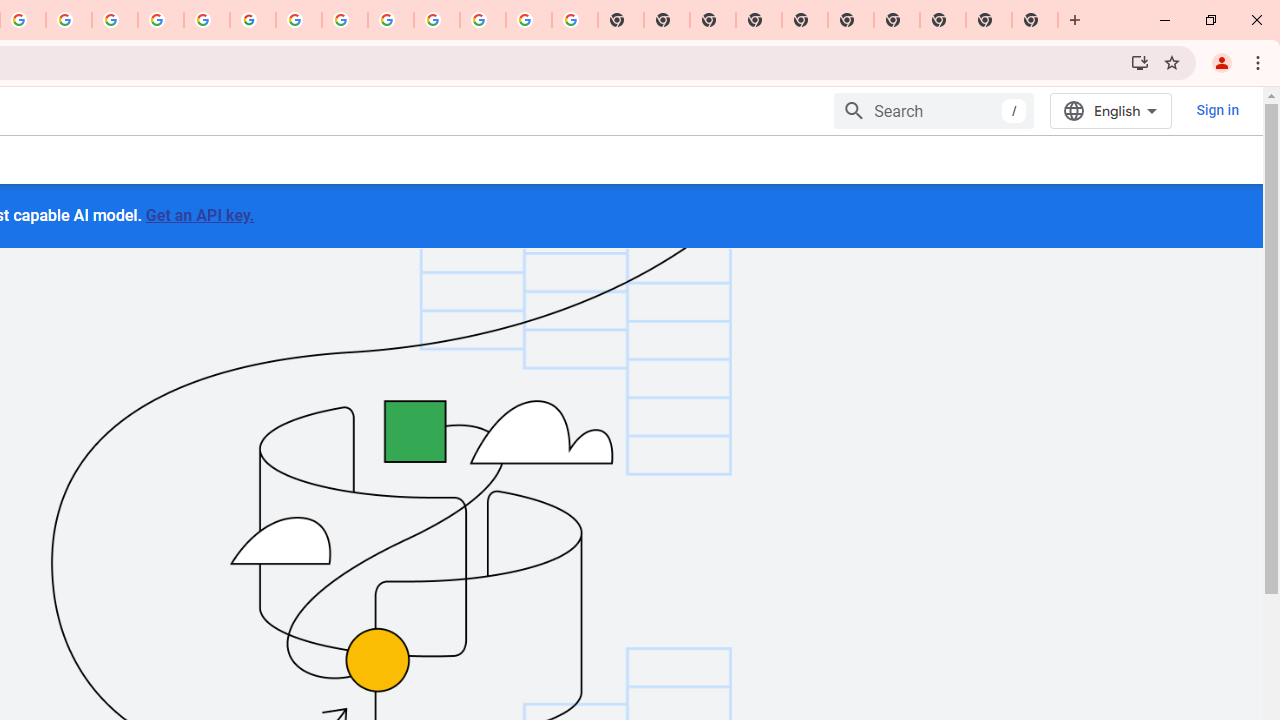  What do you see at coordinates (161, 20) in the screenshot?
I see `'Privacy Help Center - Policies Help'` at bounding box center [161, 20].